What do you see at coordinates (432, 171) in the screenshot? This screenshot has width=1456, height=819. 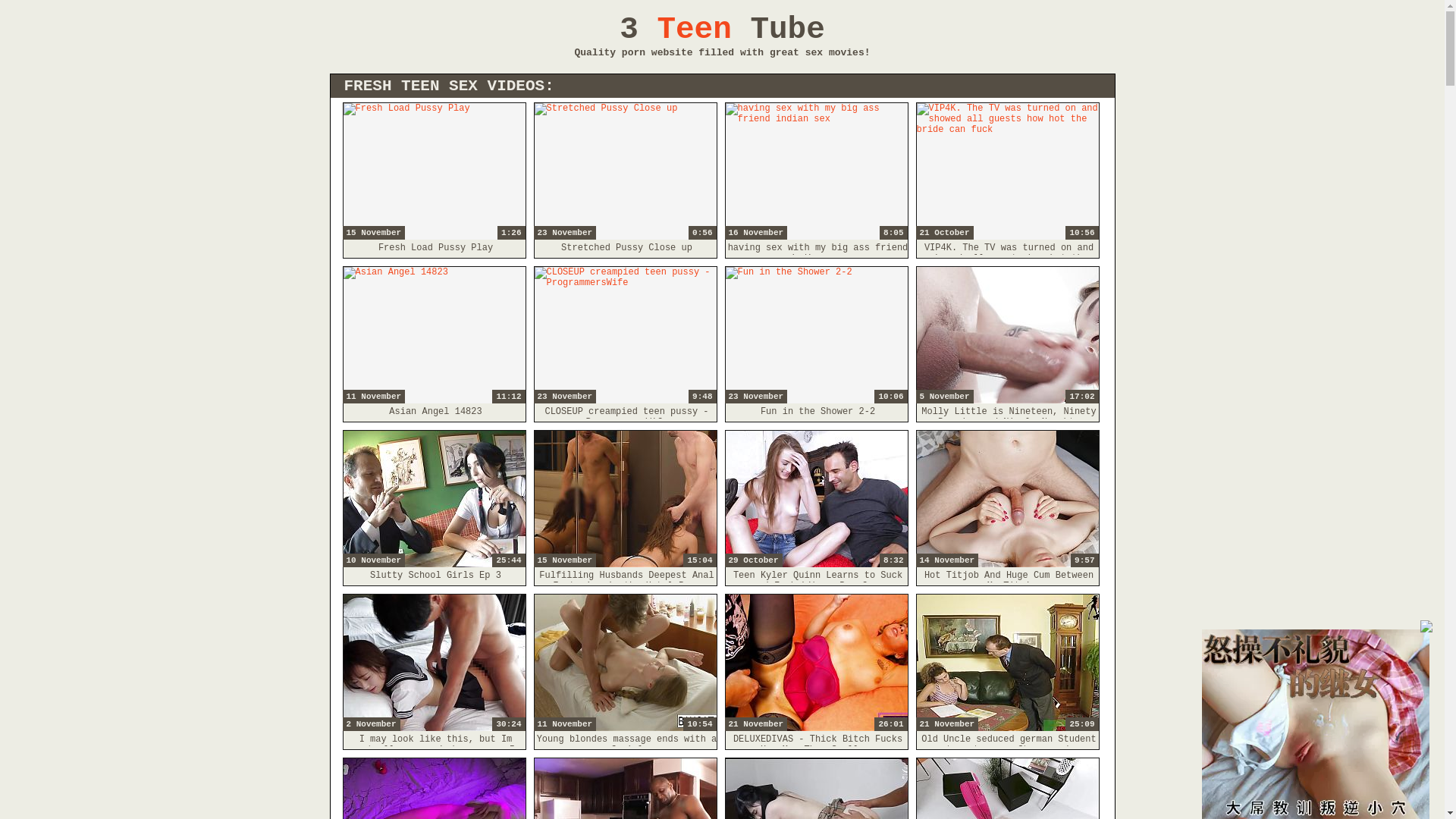 I see `'1:26` at bounding box center [432, 171].